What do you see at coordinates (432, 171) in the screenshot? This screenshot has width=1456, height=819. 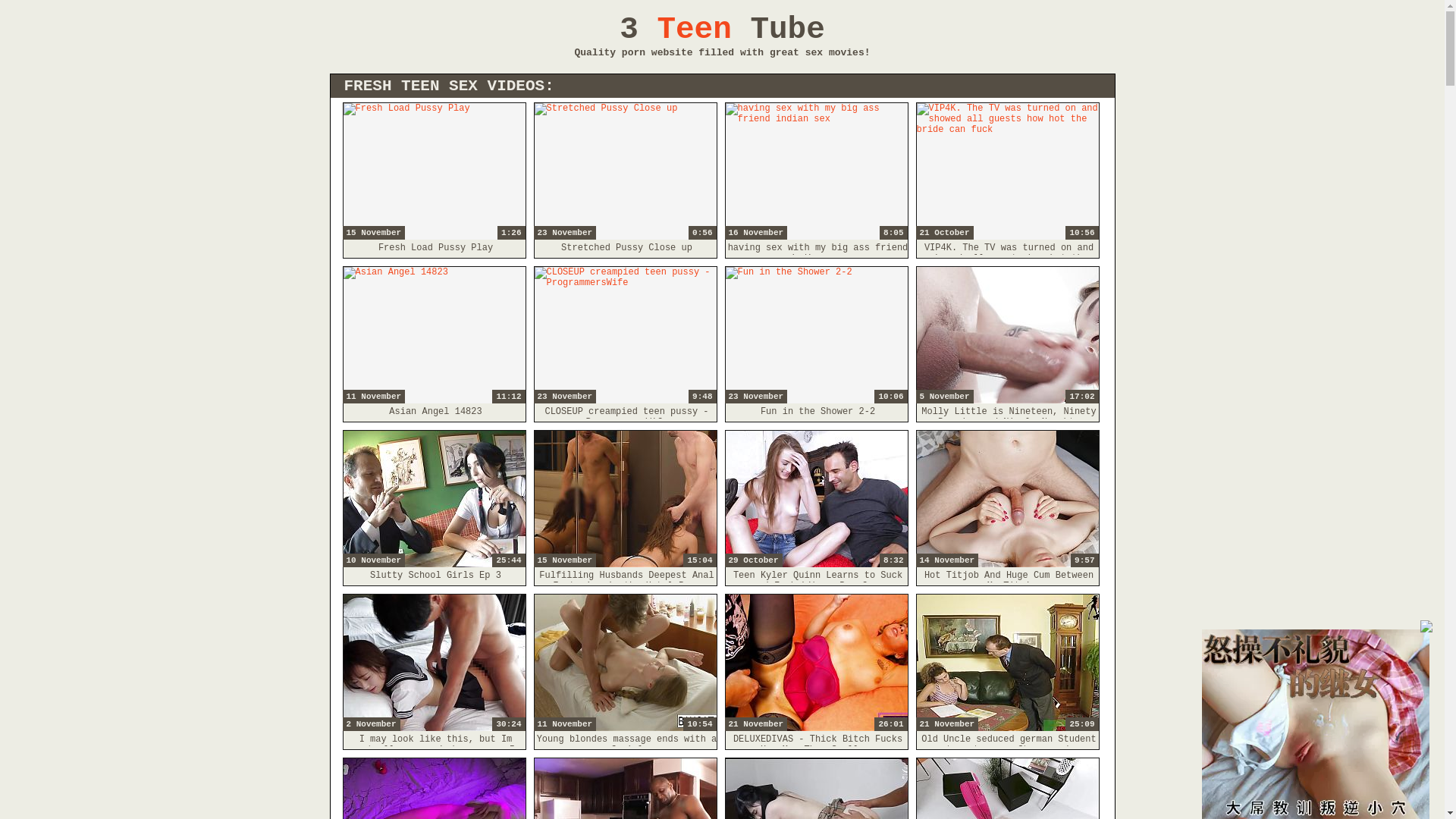 I see `'1:26` at bounding box center [432, 171].